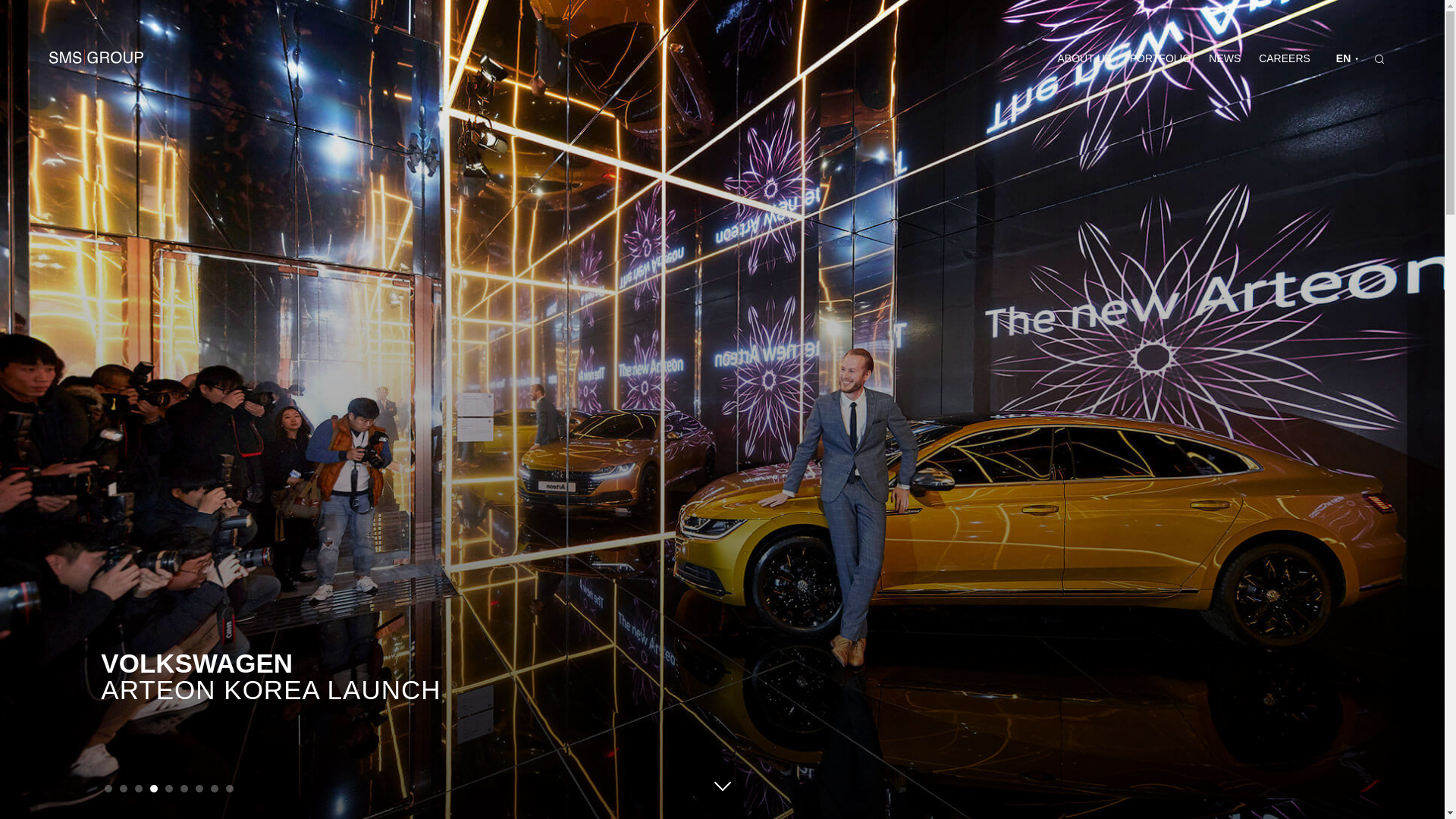  I want to click on 'SMS GROUP', so click(43, 56).